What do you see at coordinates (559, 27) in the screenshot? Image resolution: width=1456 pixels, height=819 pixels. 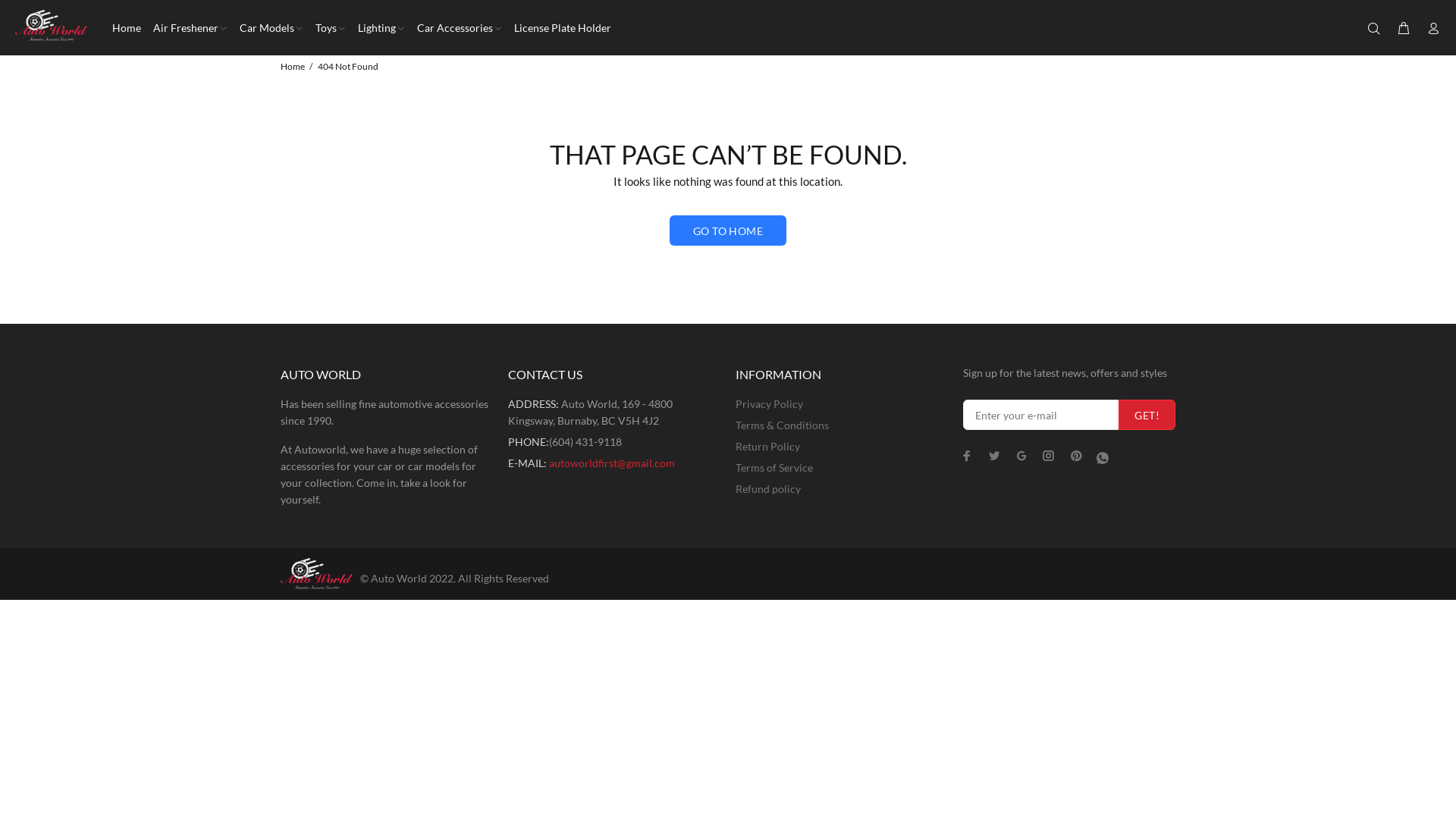 I see `'License Plate Holder'` at bounding box center [559, 27].